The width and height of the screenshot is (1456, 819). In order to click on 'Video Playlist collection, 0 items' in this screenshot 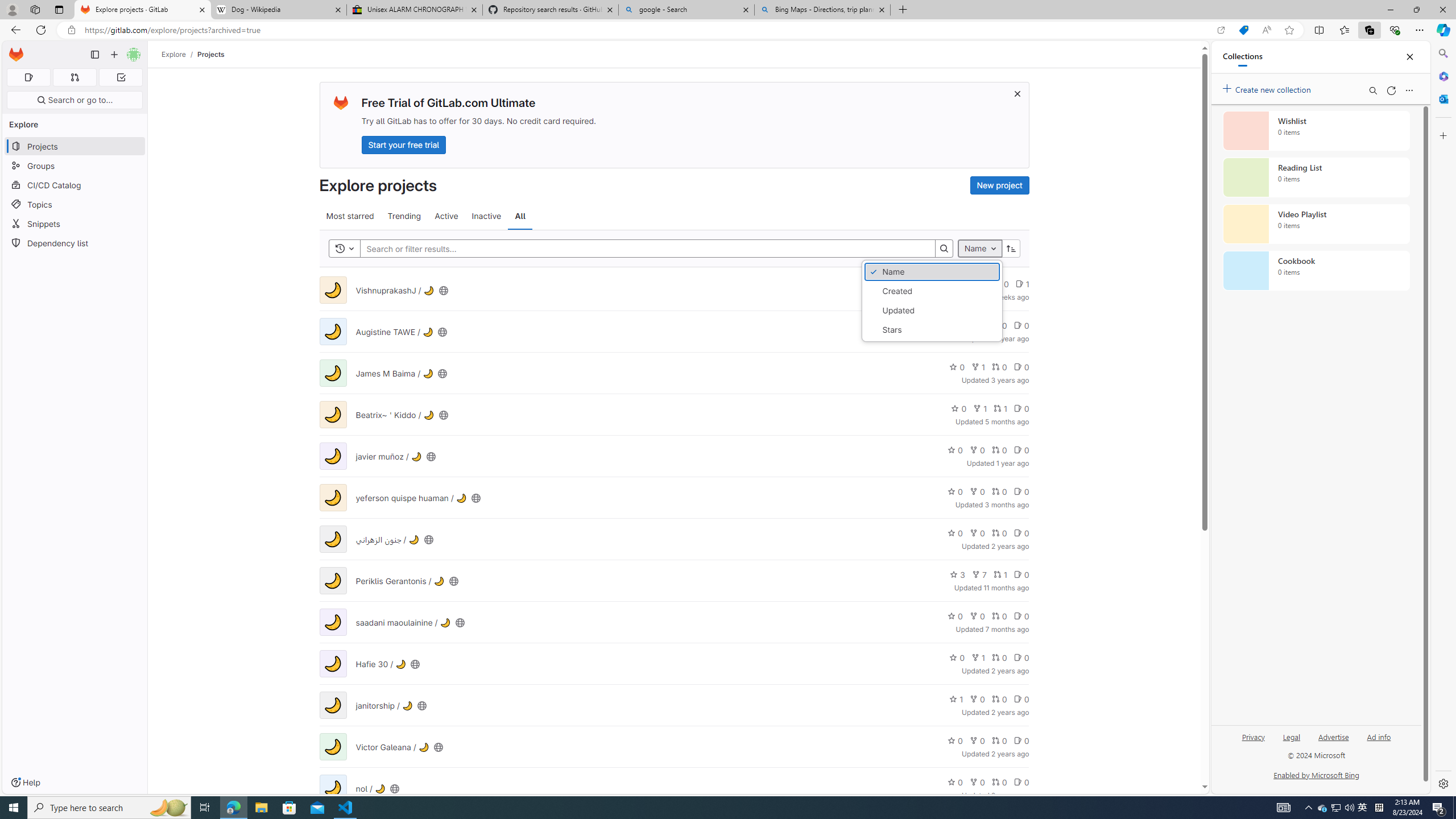, I will do `click(1316, 223)`.